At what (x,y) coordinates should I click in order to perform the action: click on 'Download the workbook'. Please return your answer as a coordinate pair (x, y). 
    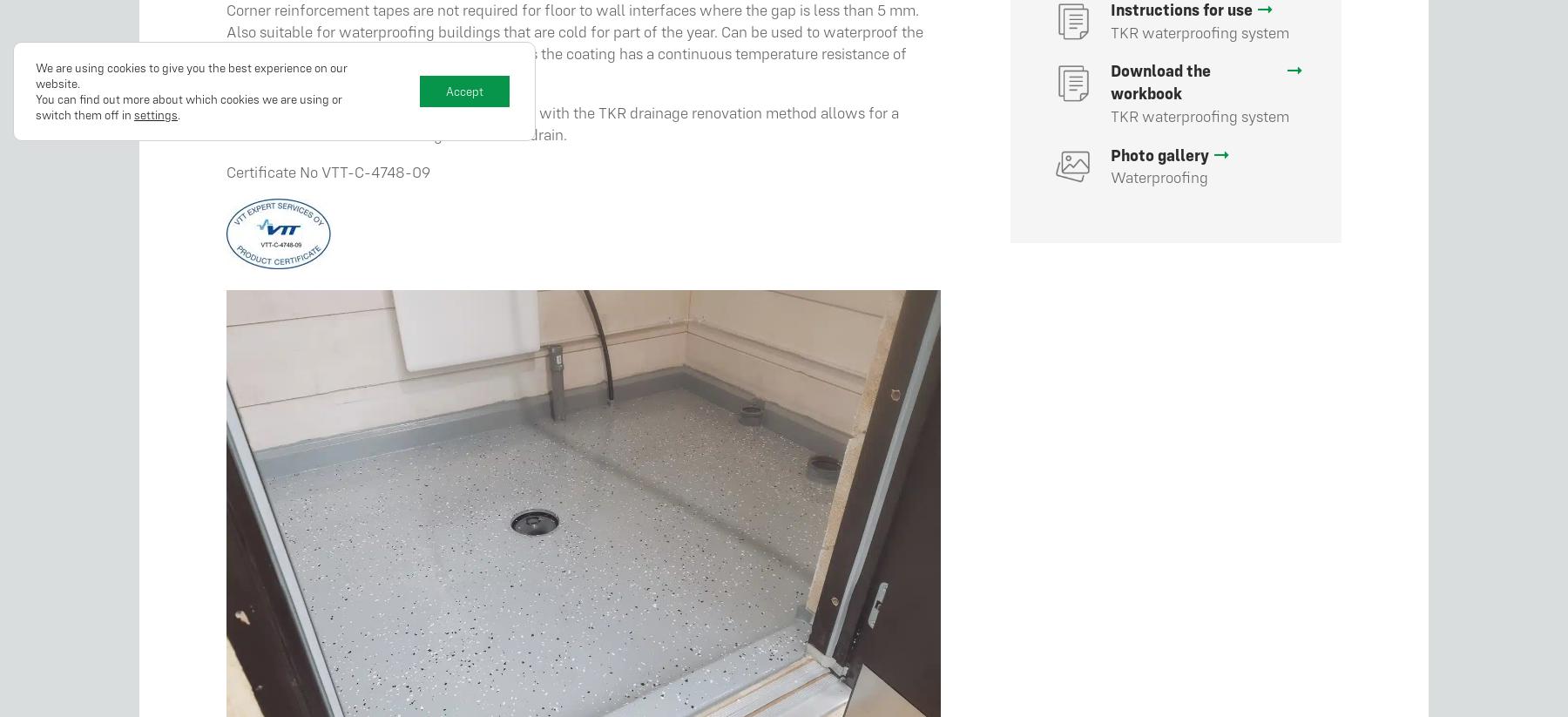
    Looking at the image, I should click on (1160, 80).